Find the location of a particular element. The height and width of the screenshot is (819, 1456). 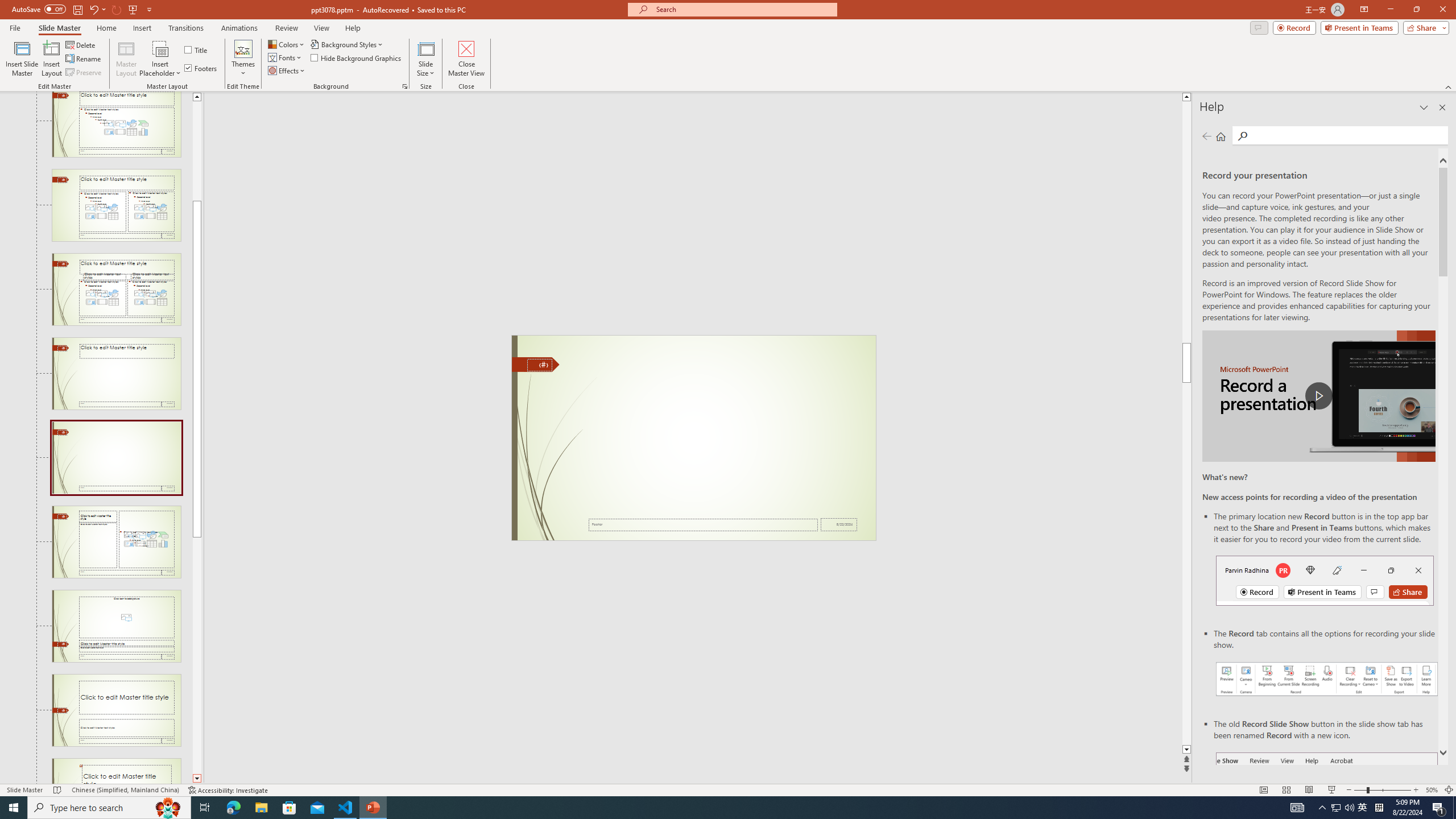

'Animations' is located at coordinates (239, 28).